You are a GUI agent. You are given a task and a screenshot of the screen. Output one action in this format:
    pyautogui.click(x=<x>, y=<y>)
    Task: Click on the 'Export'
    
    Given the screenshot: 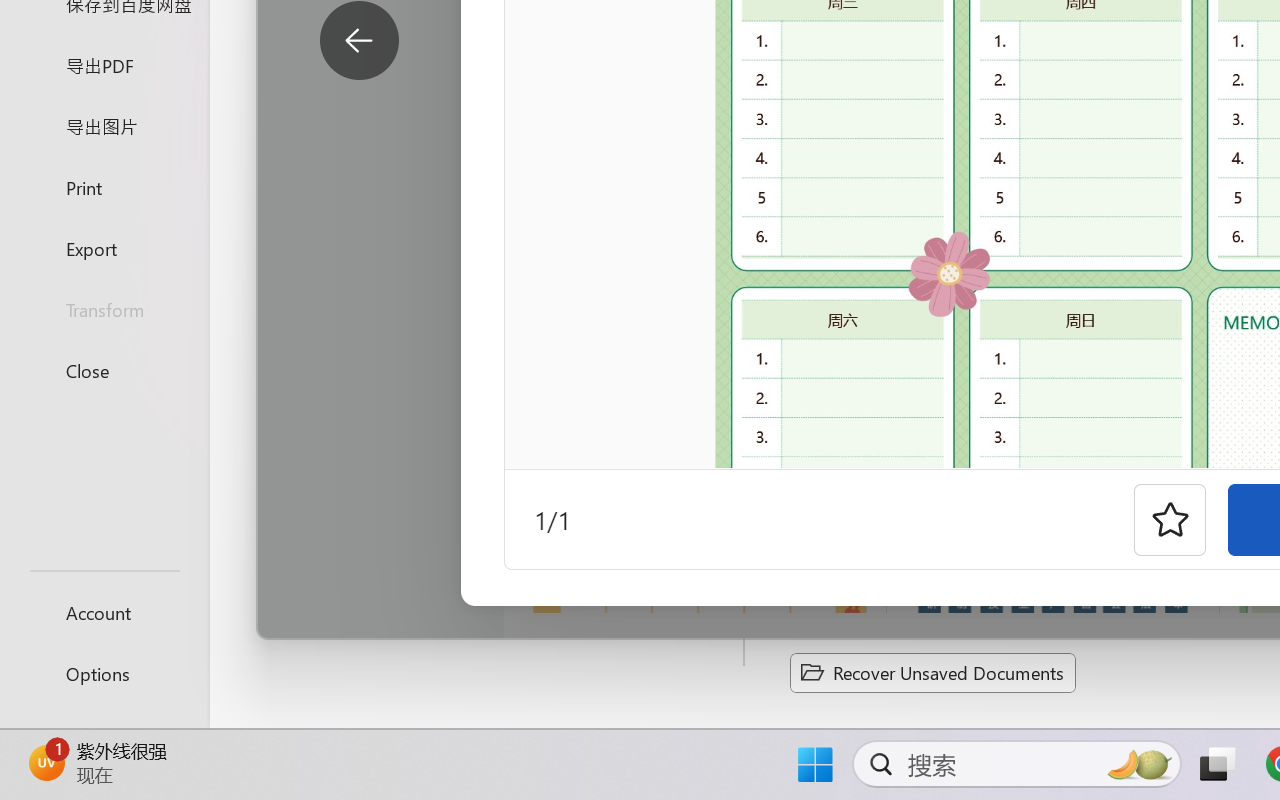 What is the action you would take?
    pyautogui.click(x=103, y=247)
    